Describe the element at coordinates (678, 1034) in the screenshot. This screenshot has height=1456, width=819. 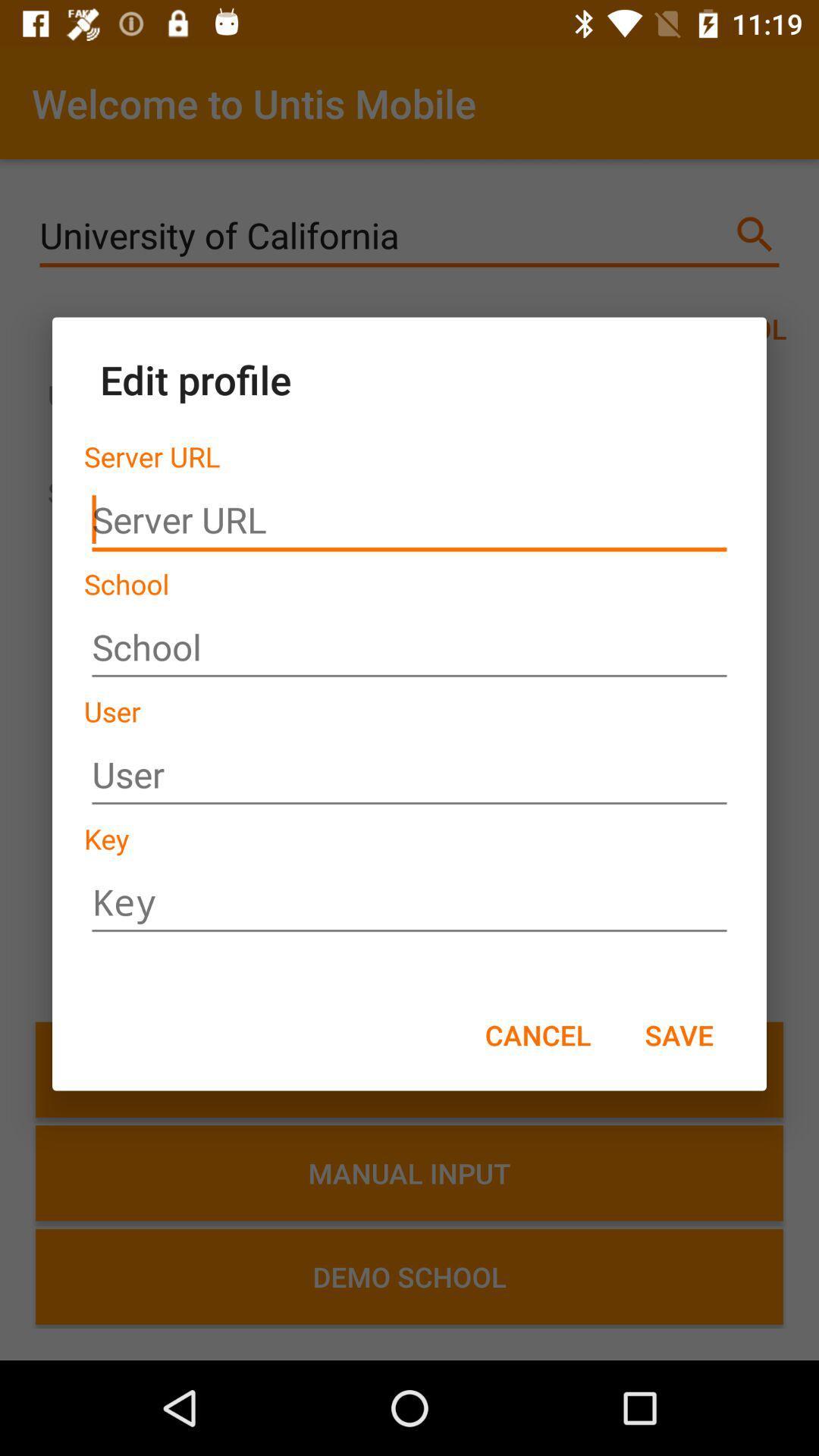
I see `save item` at that location.